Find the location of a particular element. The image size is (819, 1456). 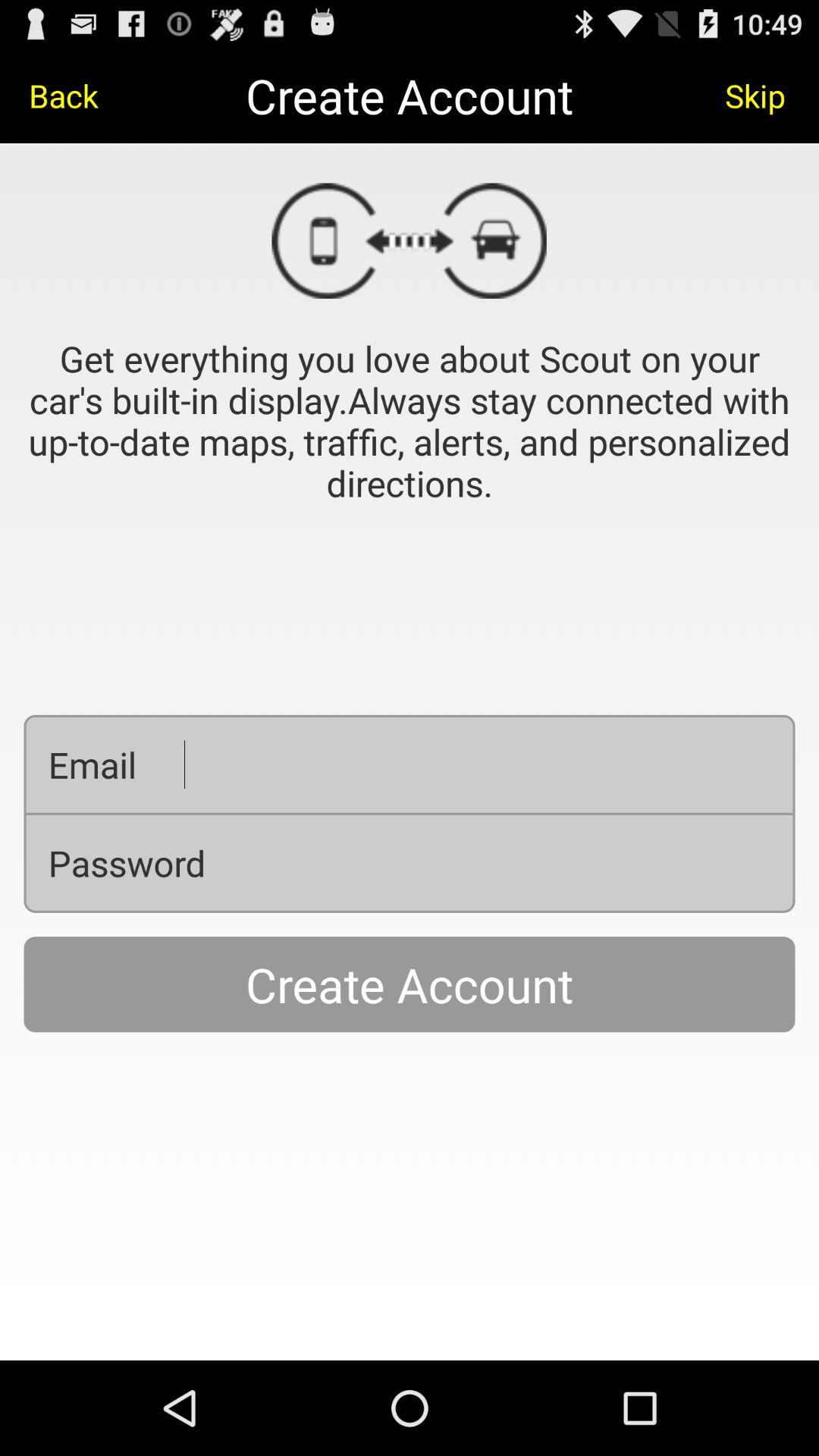

your correct password is located at coordinates (512, 863).